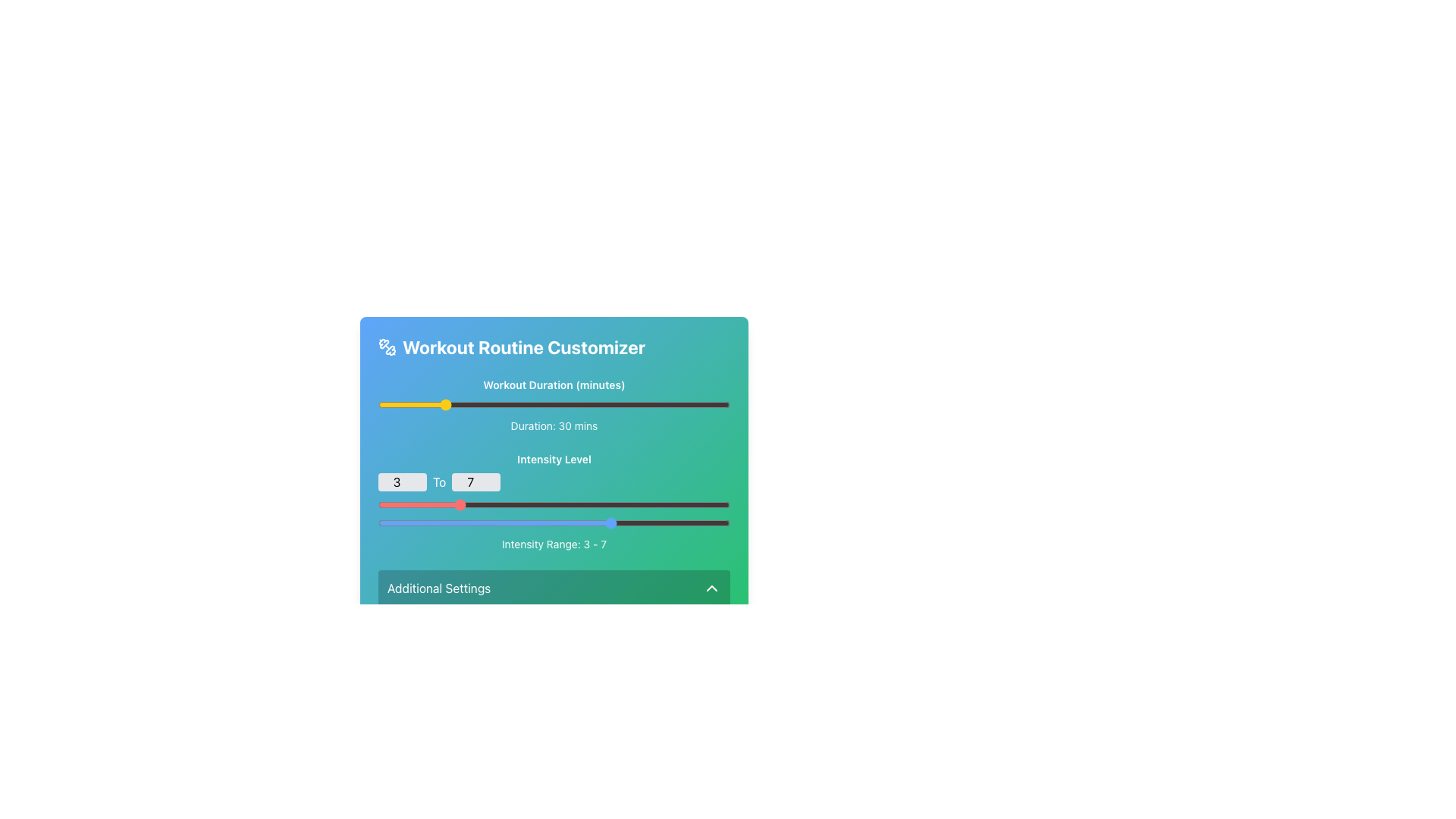  Describe the element at coordinates (529, 403) in the screenshot. I see `workout duration` at that location.